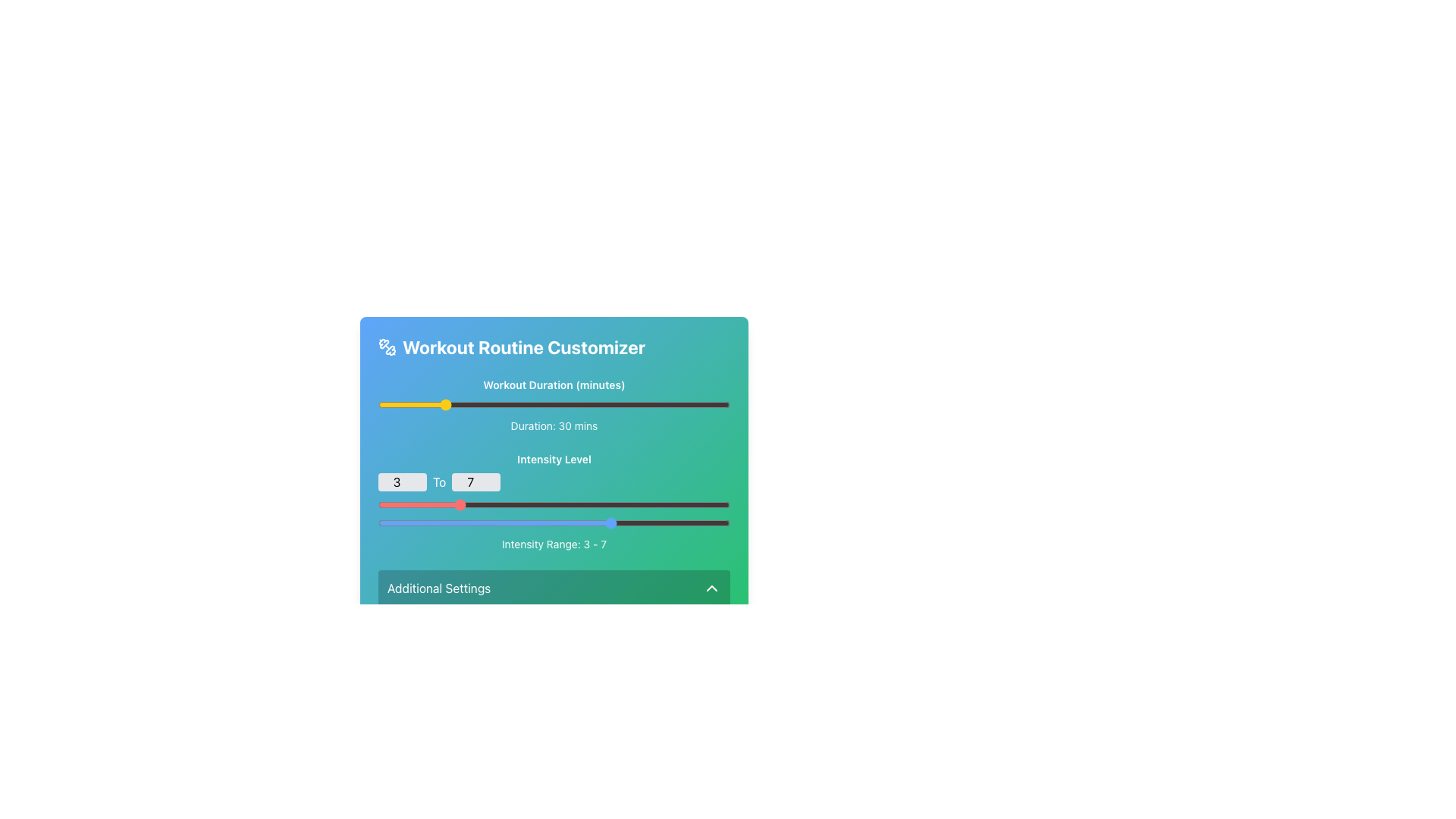  Describe the element at coordinates (529, 403) in the screenshot. I see `workout duration` at that location.